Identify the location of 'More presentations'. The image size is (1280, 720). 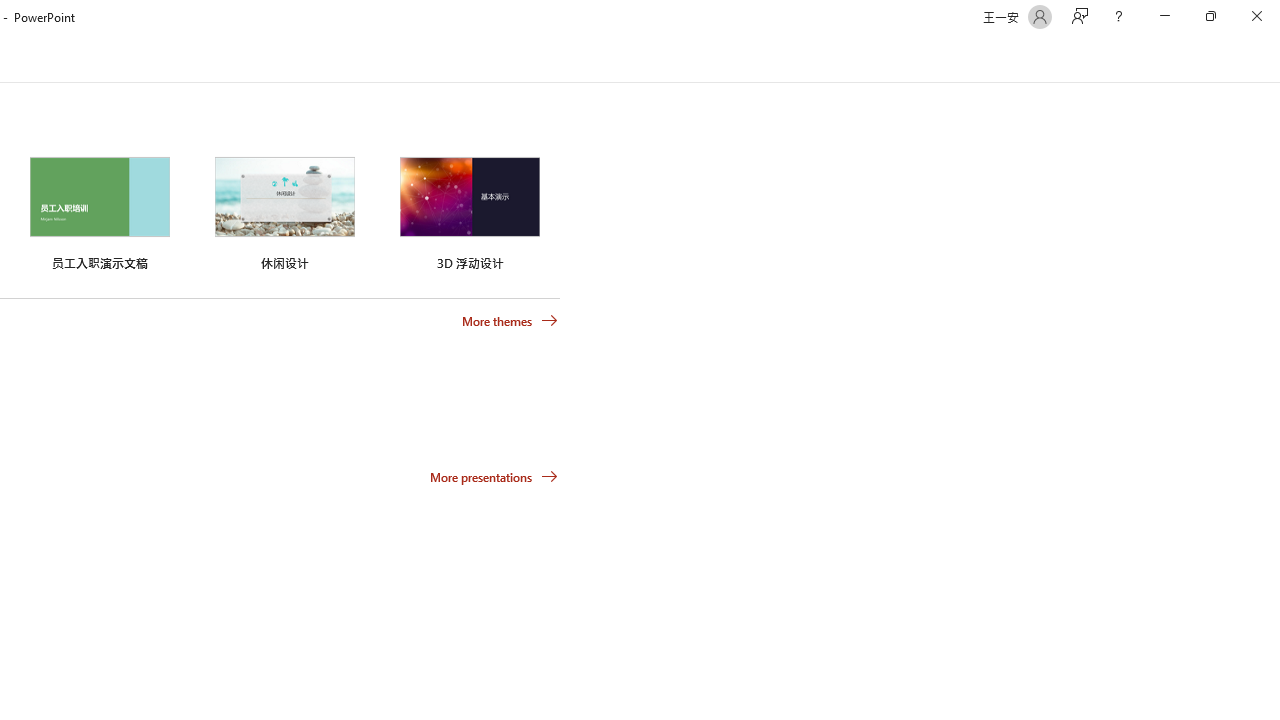
(494, 477).